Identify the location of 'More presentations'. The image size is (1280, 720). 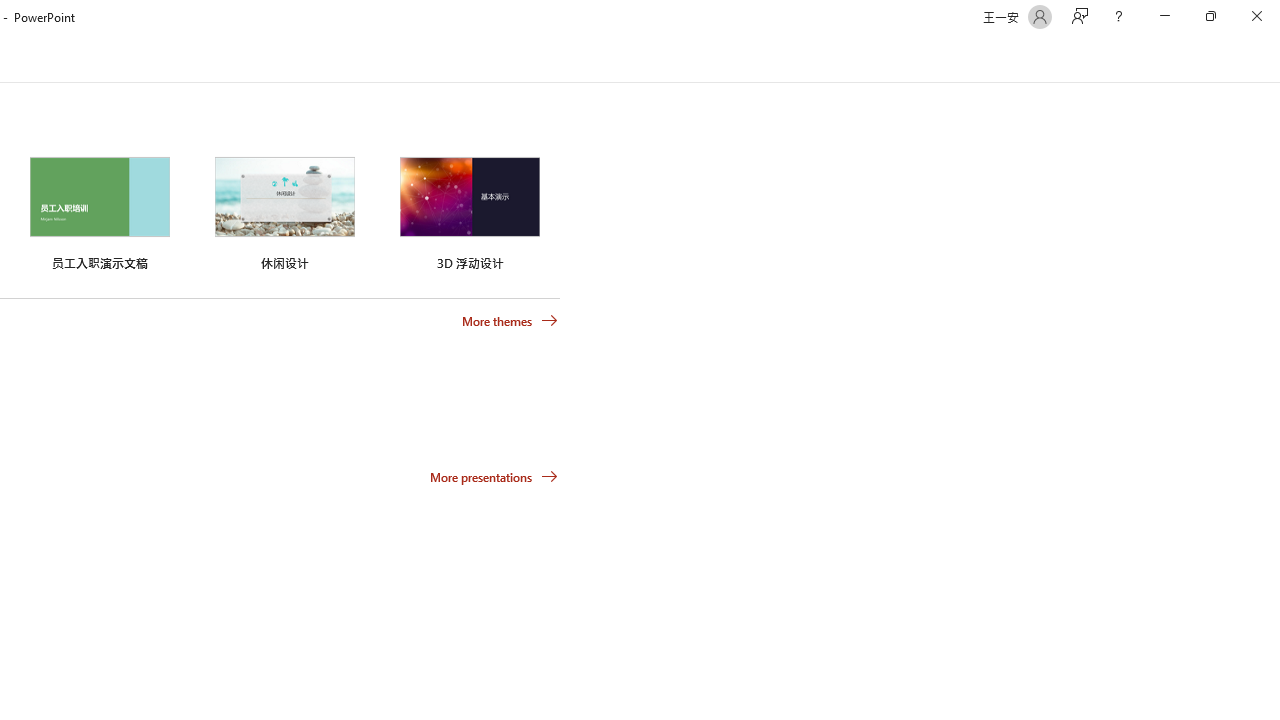
(494, 477).